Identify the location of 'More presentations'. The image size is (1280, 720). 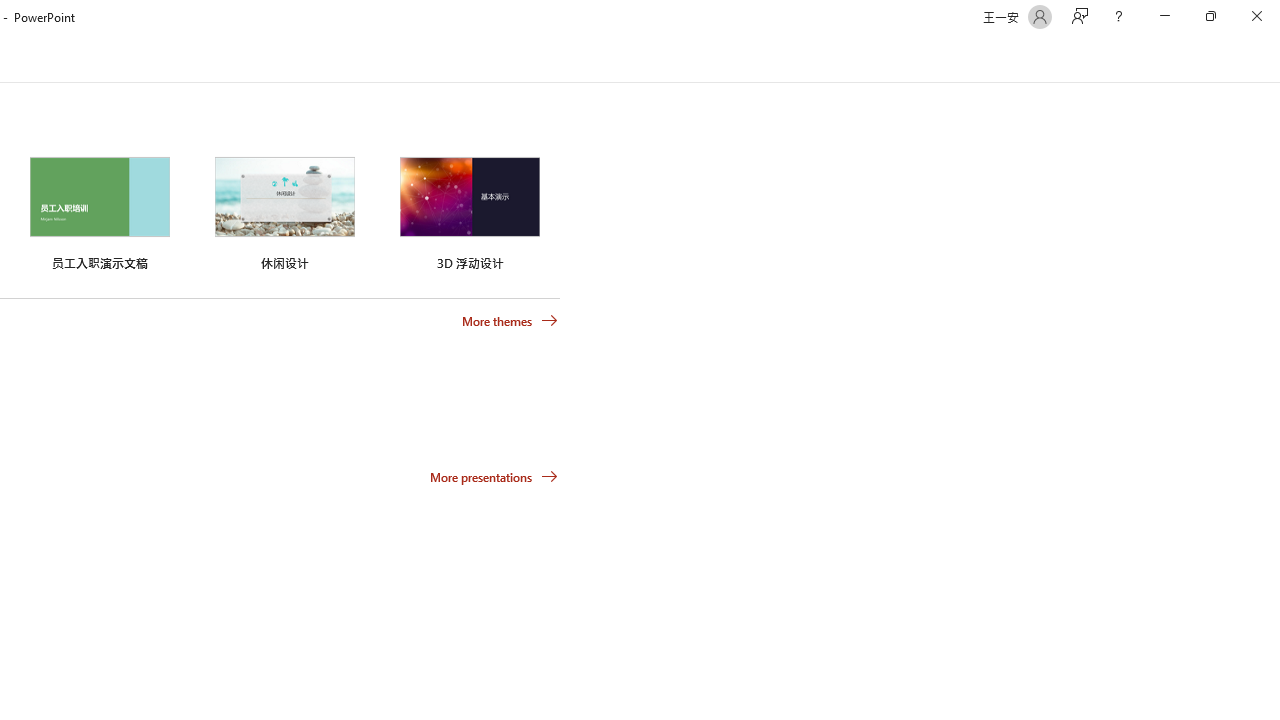
(494, 477).